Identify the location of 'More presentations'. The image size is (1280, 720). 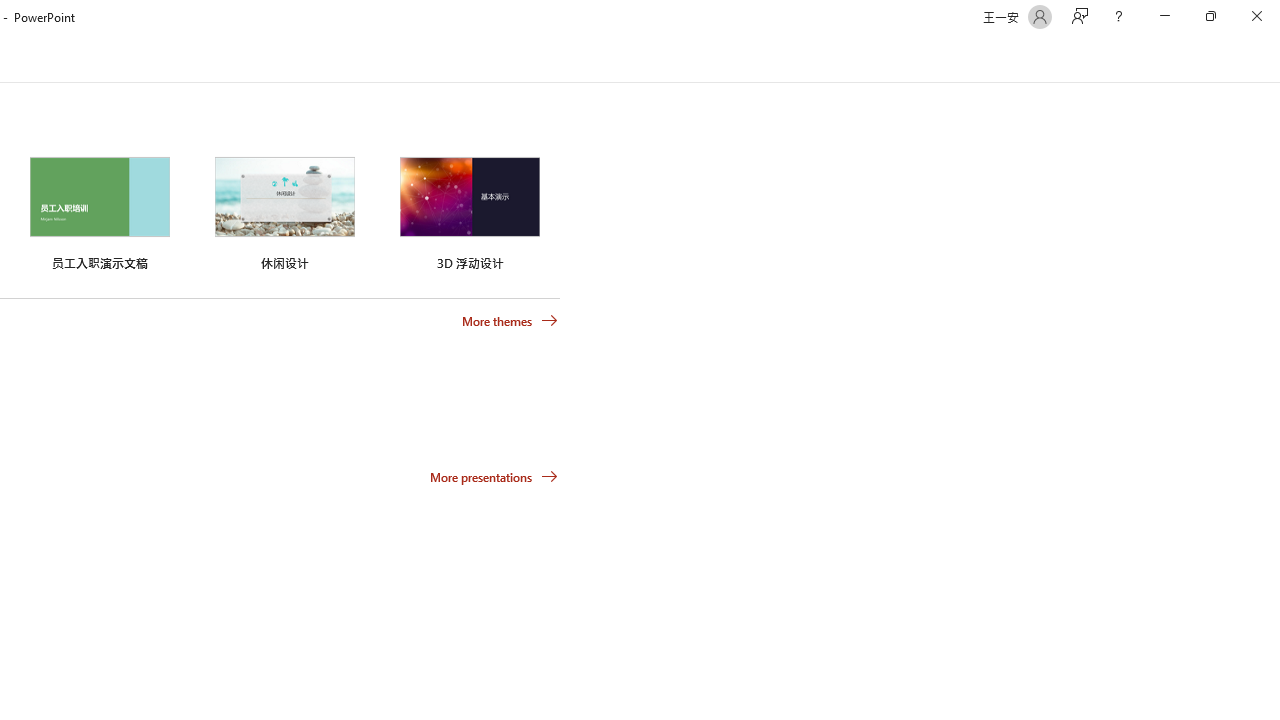
(494, 477).